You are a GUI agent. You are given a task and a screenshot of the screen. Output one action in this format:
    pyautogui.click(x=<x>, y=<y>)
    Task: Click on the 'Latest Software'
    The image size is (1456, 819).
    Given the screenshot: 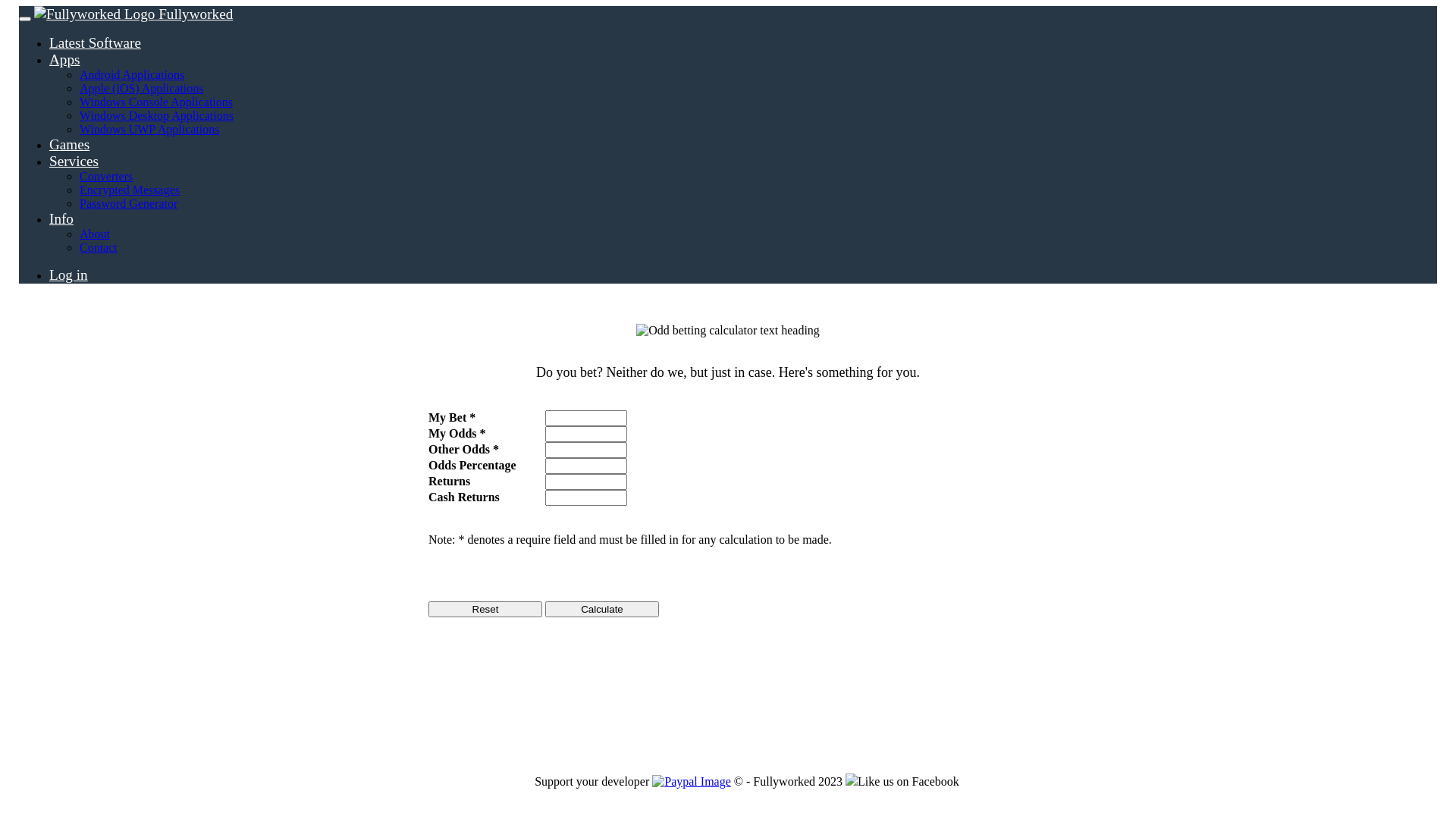 What is the action you would take?
    pyautogui.click(x=94, y=31)
    